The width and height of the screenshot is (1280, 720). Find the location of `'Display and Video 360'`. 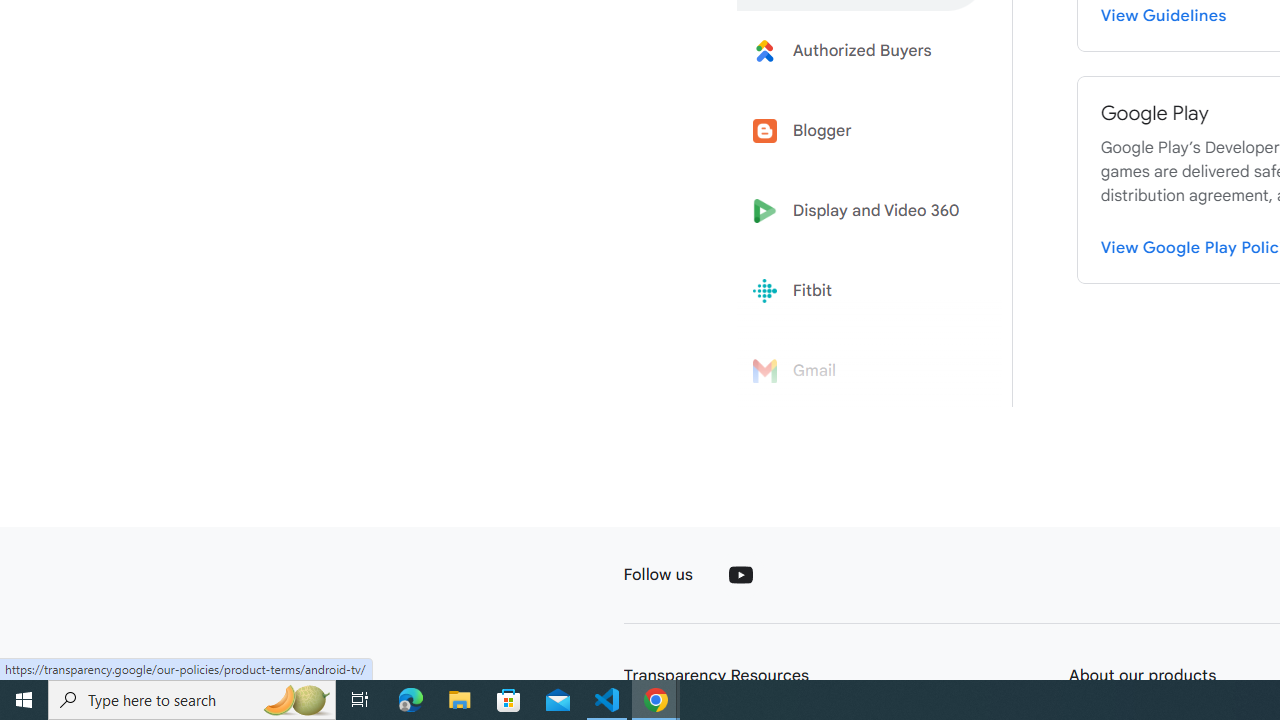

'Display and Video 360' is located at coordinates (862, 211).